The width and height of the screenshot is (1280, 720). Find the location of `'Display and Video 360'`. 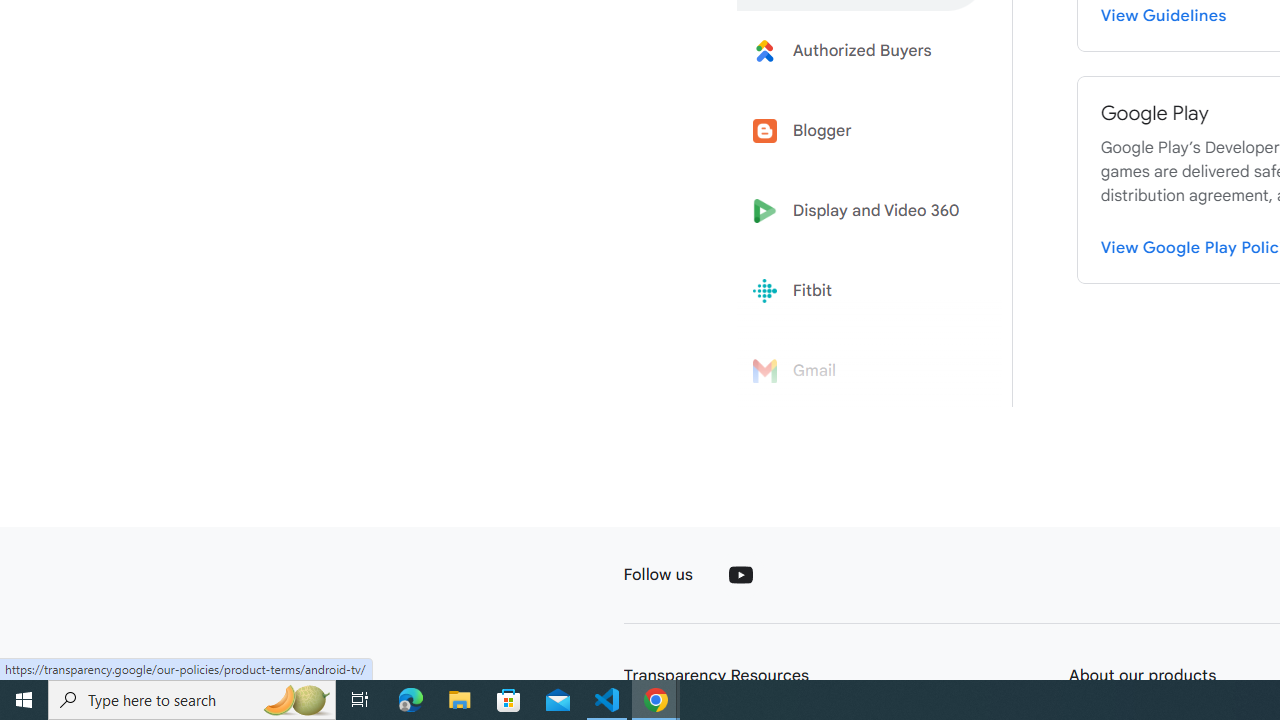

'Display and Video 360' is located at coordinates (862, 211).